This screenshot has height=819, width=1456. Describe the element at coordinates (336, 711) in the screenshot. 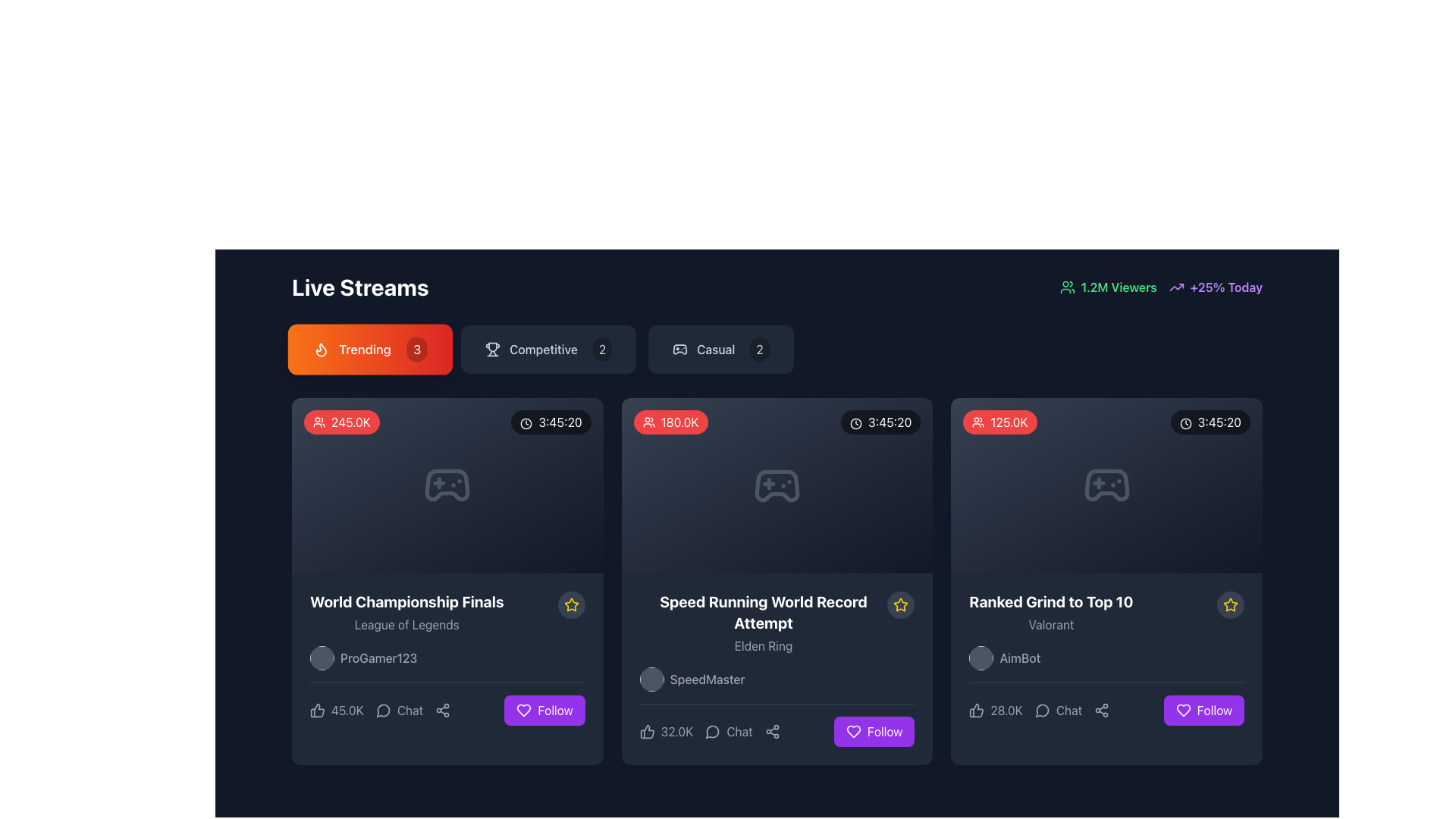

I see `the like button featuring a thumbs-up icon and the text '45.0K' located in the footer section of a card to like the content` at that location.